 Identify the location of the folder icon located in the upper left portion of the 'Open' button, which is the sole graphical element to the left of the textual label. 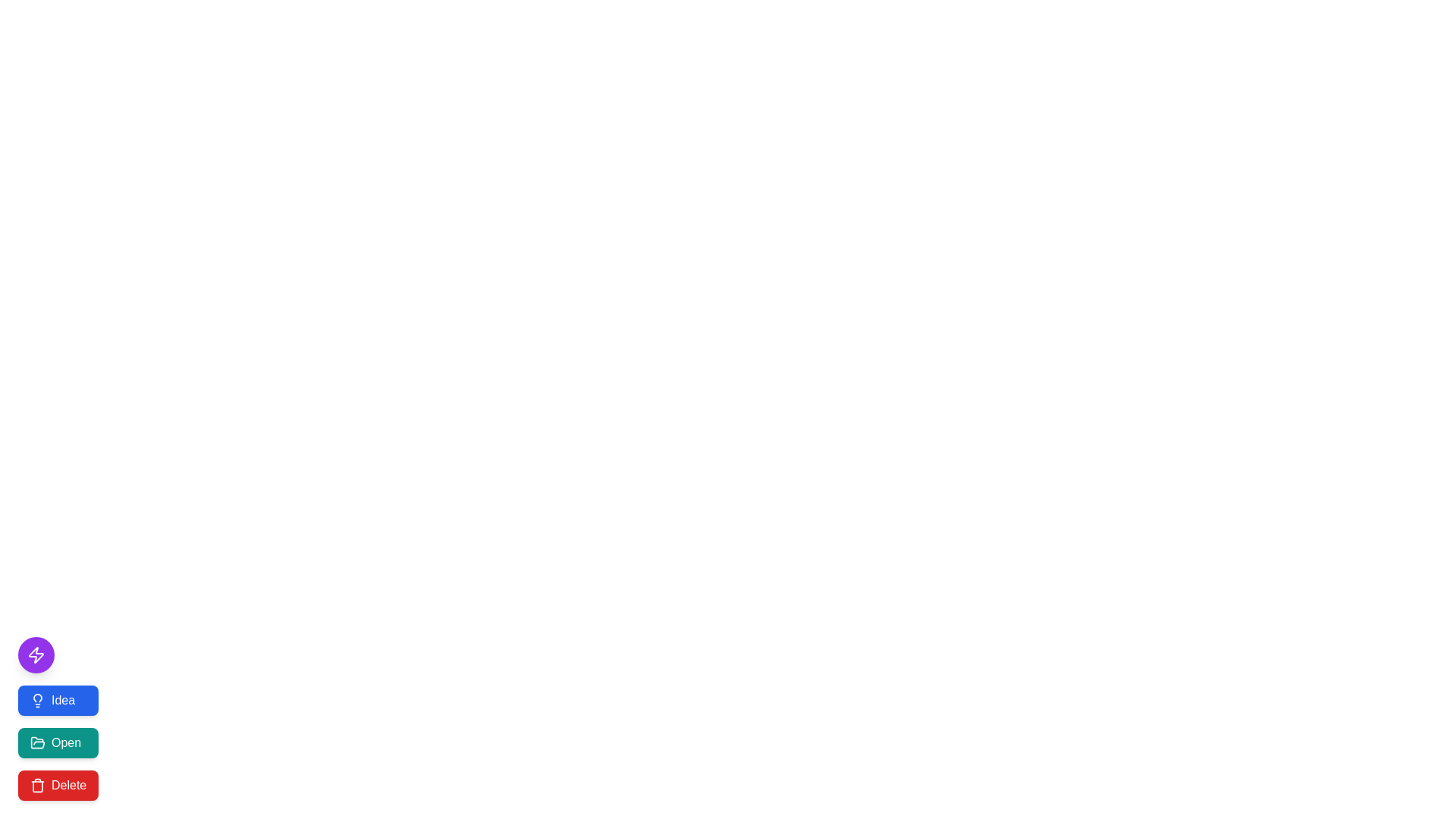
(37, 742).